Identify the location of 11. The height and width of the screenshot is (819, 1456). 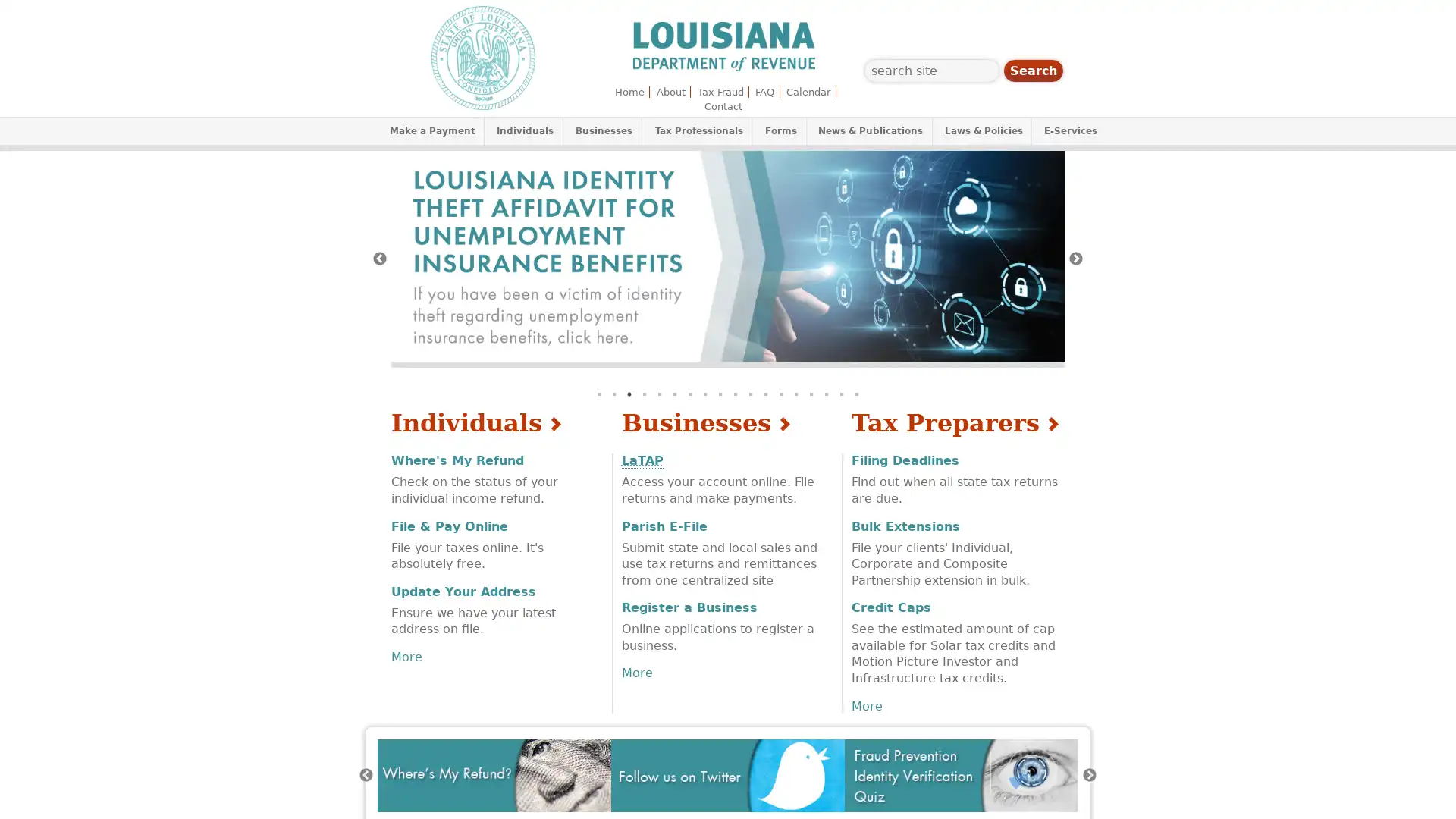
(750, 394).